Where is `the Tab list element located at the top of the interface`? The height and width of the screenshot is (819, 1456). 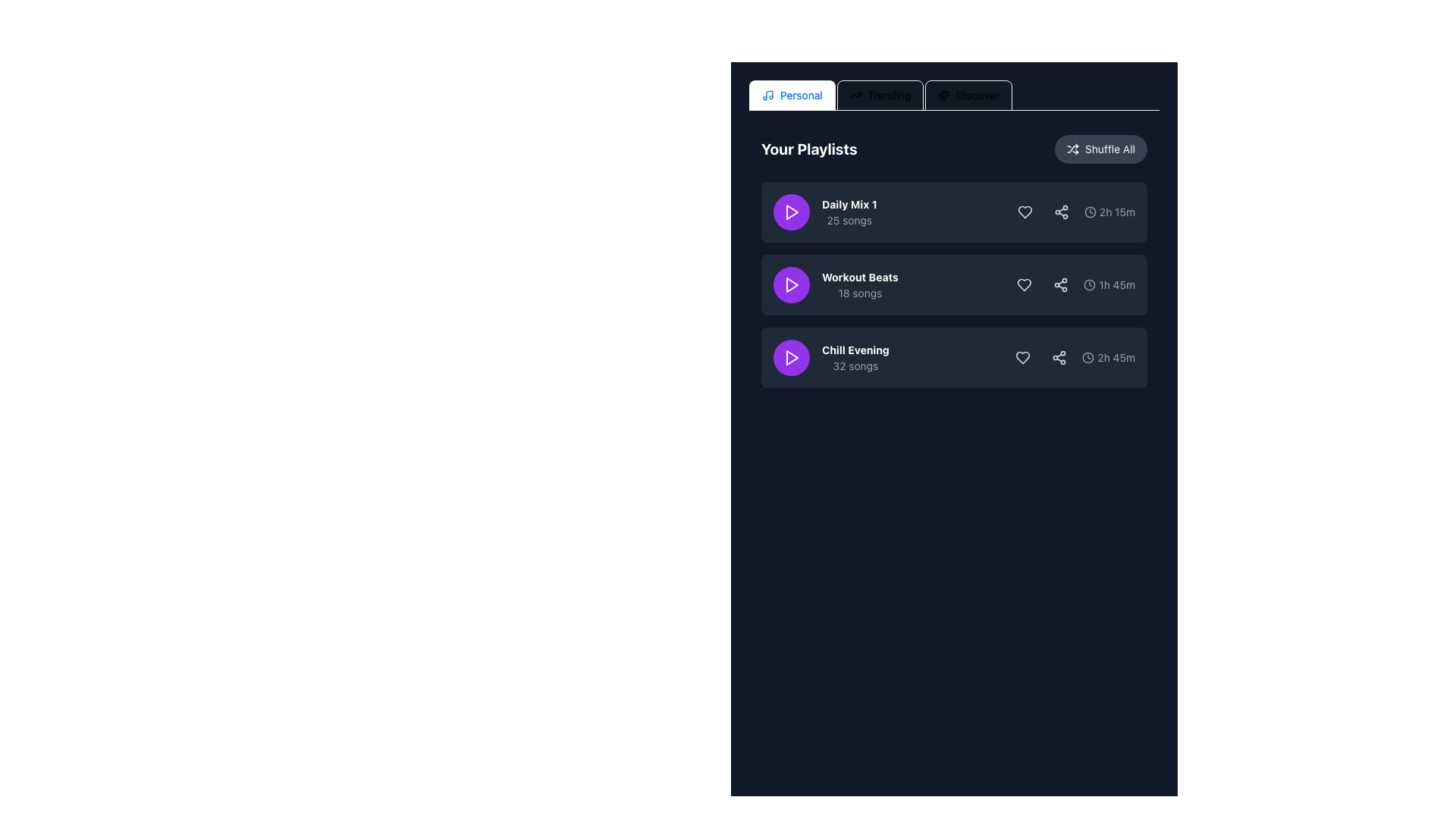 the Tab list element located at the top of the interface is located at coordinates (953, 96).